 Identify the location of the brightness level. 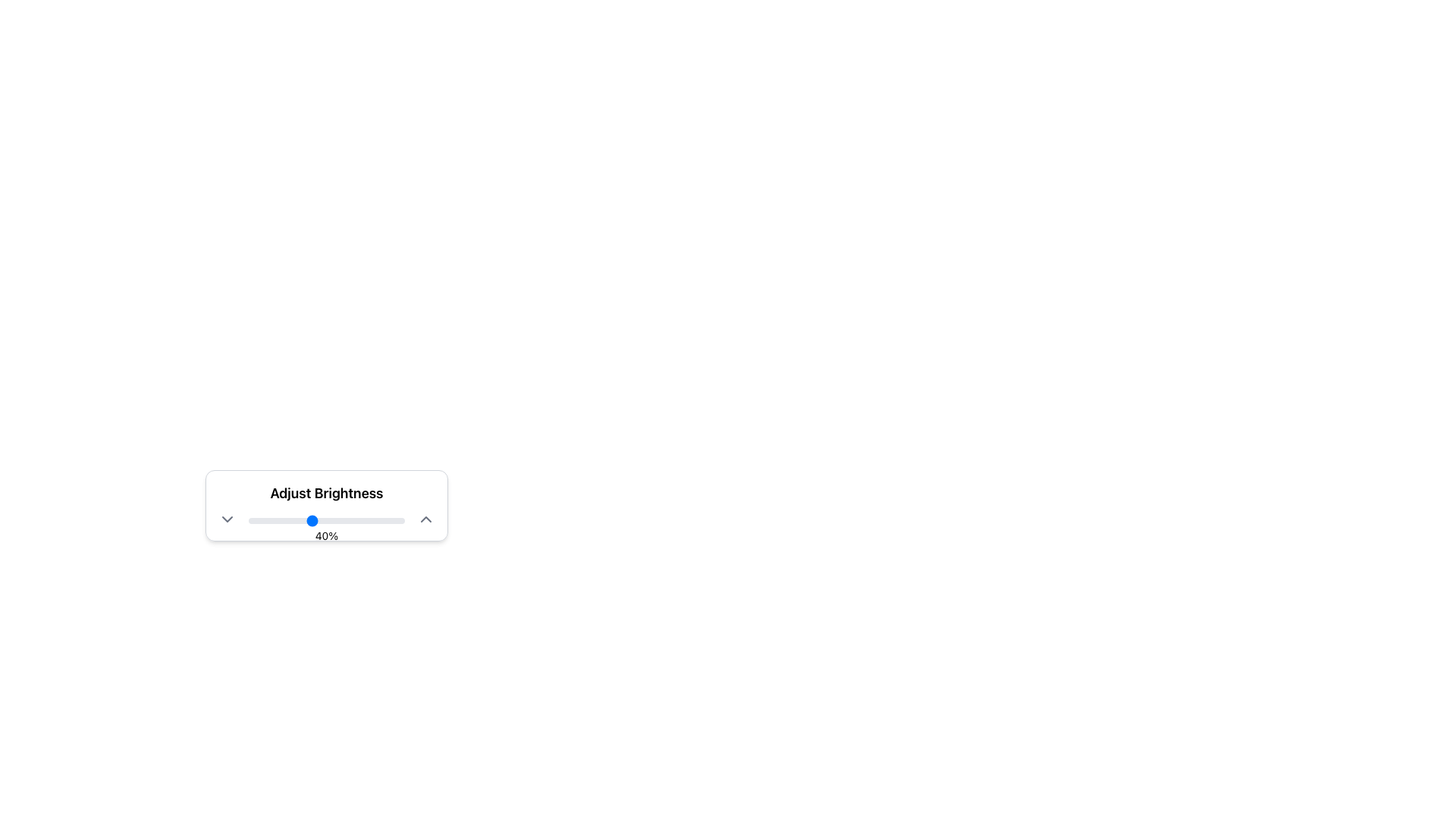
(298, 519).